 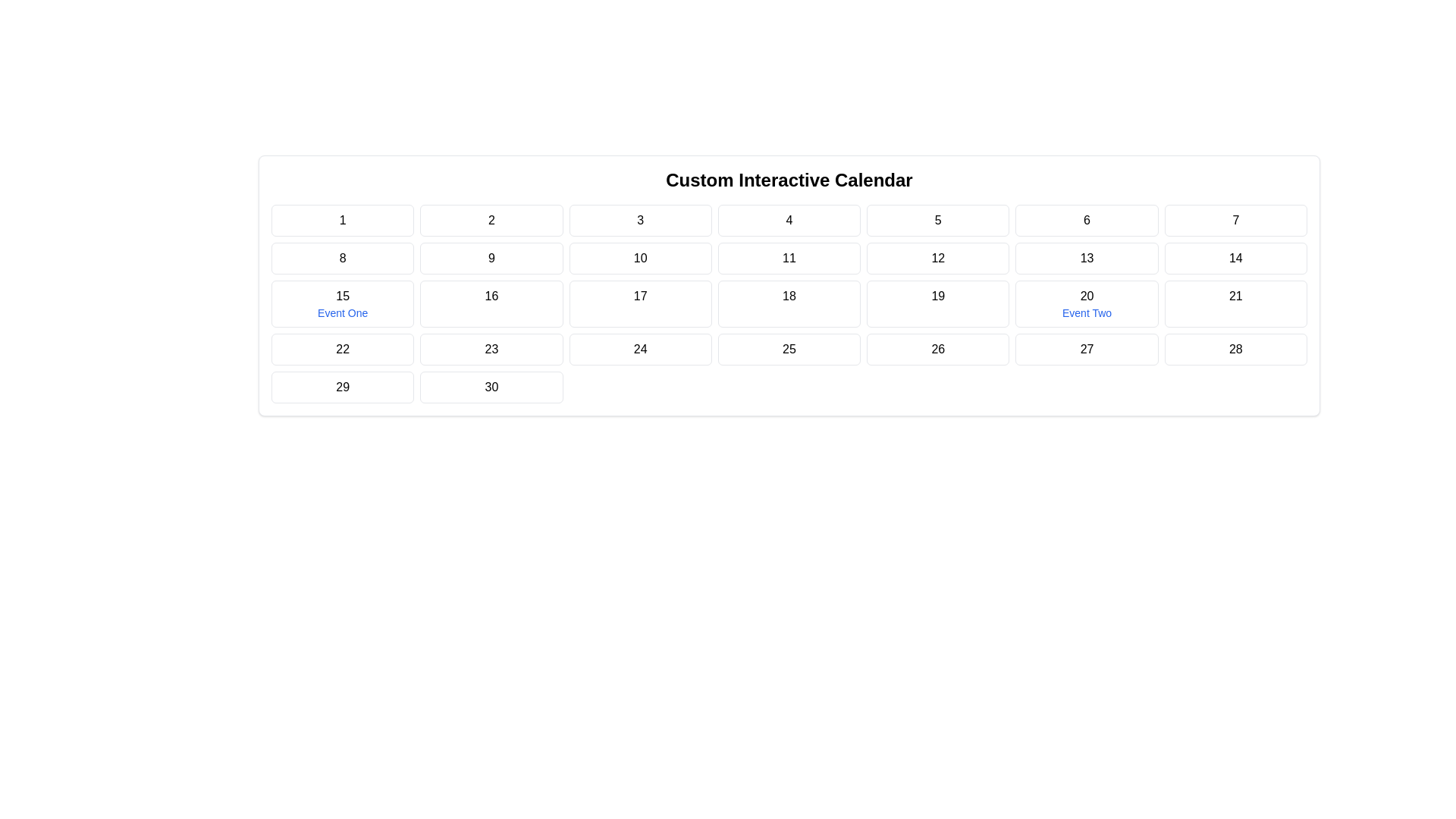 I want to click on the button-like element with the text '19' centered within it, so click(x=937, y=304).